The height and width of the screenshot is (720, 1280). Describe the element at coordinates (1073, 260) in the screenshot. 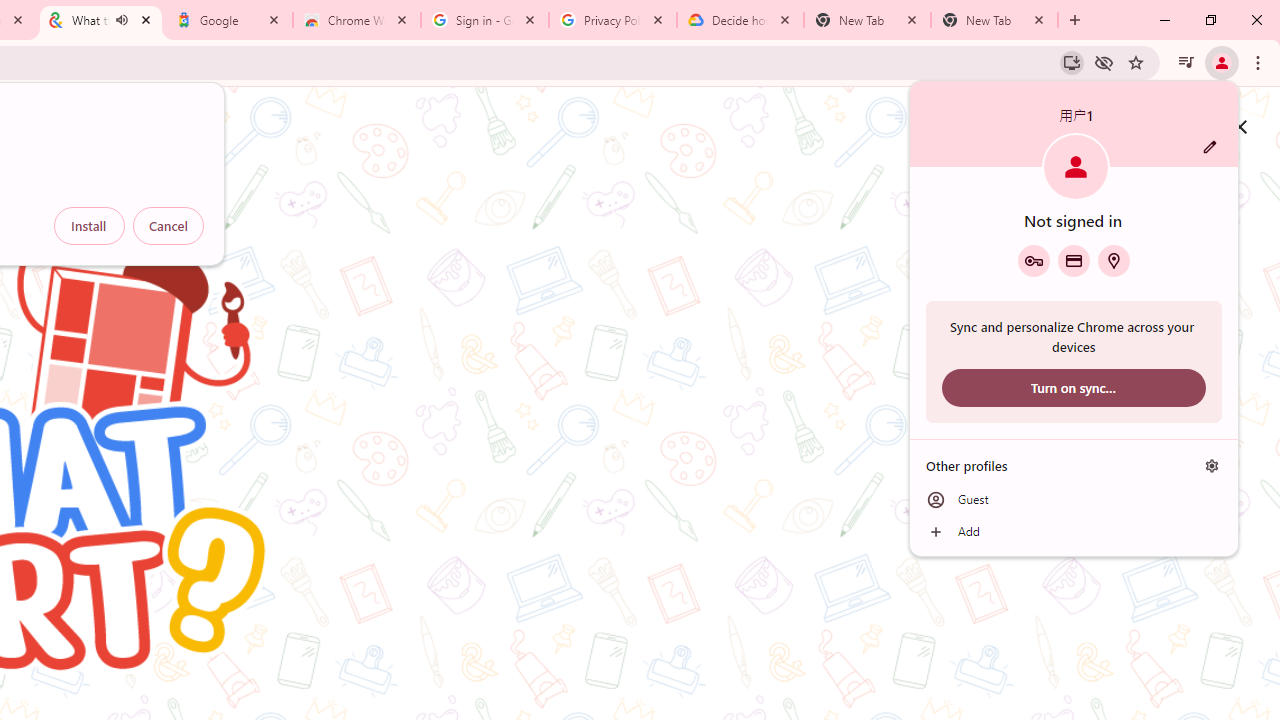

I see `'Payment methods'` at that location.